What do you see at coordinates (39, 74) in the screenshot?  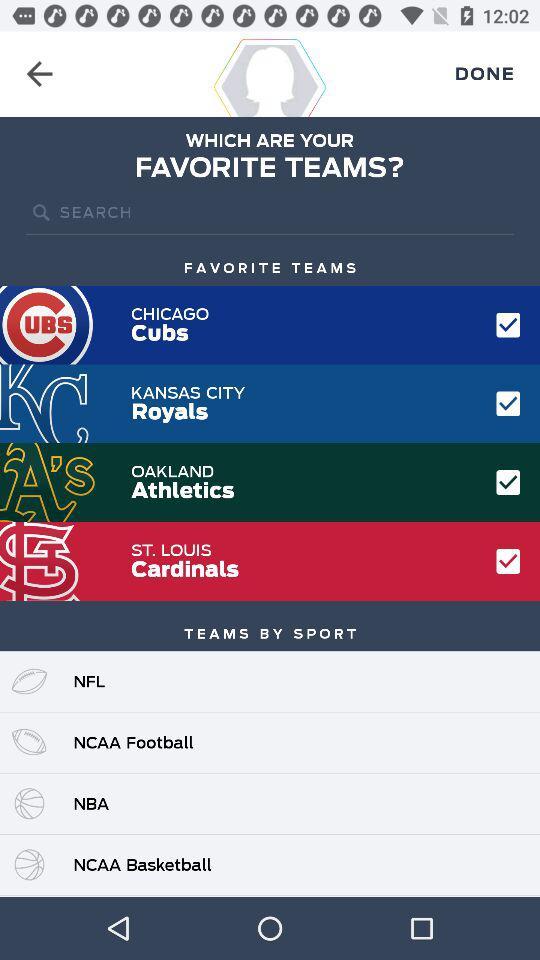 I see `previous` at bounding box center [39, 74].